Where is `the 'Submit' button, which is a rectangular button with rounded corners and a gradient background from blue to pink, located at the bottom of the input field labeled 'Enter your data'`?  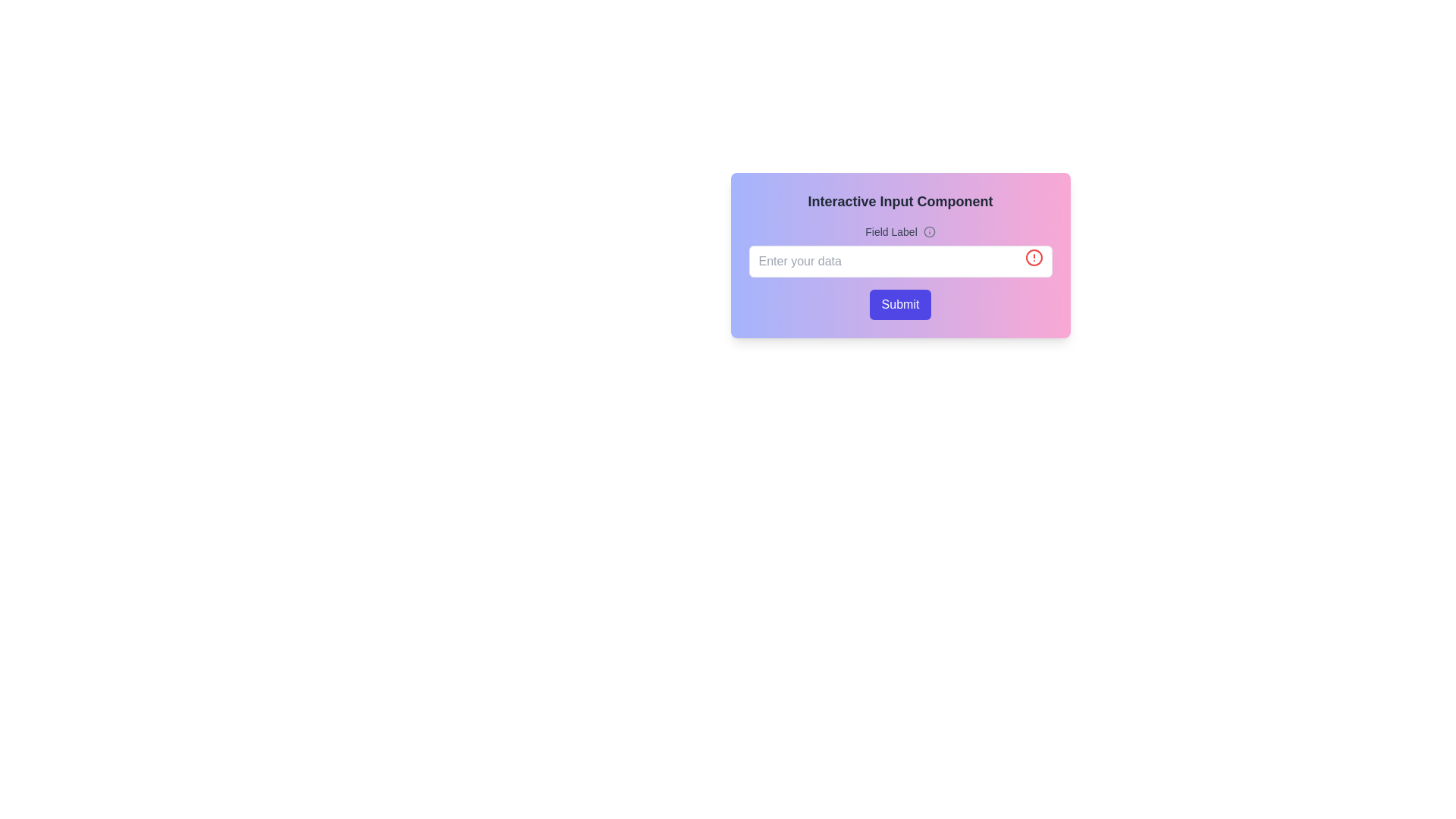 the 'Submit' button, which is a rectangular button with rounded corners and a gradient background from blue to pink, located at the bottom of the input field labeled 'Enter your data' is located at coordinates (900, 304).